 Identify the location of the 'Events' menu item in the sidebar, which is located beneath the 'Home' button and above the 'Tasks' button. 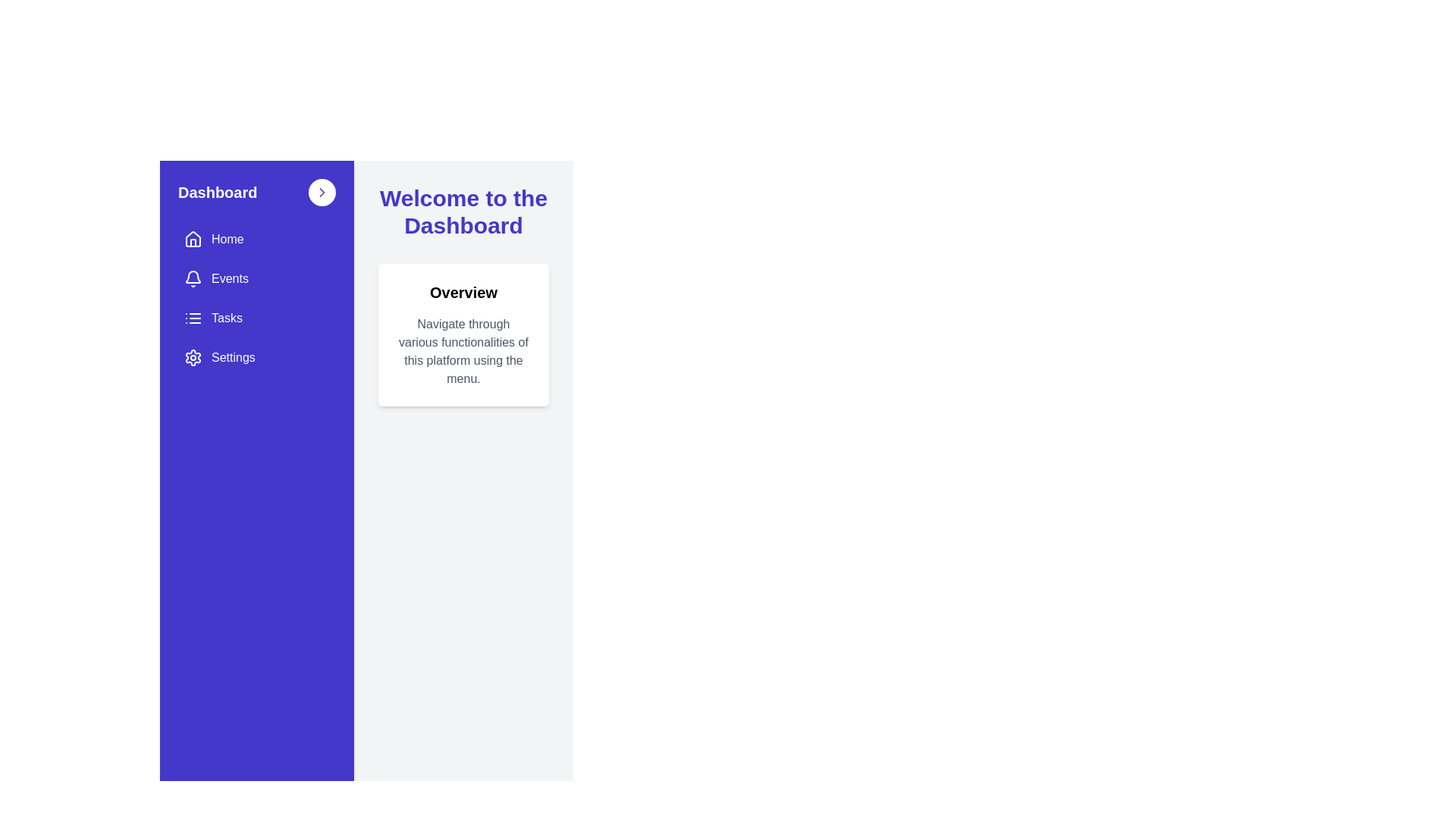
(229, 278).